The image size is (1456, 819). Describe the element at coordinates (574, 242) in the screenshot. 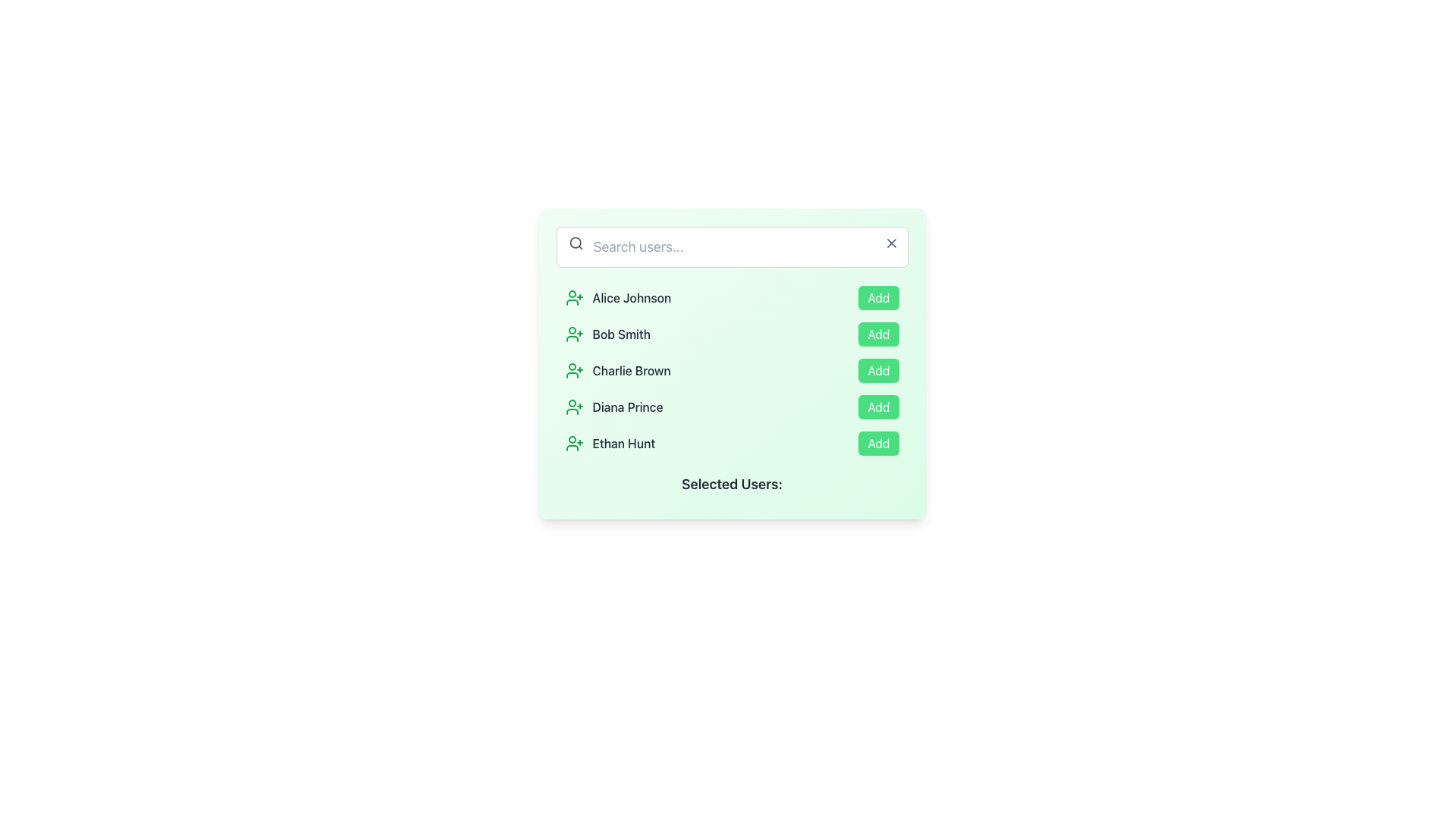

I see `the circular component of the SVG search icon located on the left side of the 'Search users...' input field` at that location.